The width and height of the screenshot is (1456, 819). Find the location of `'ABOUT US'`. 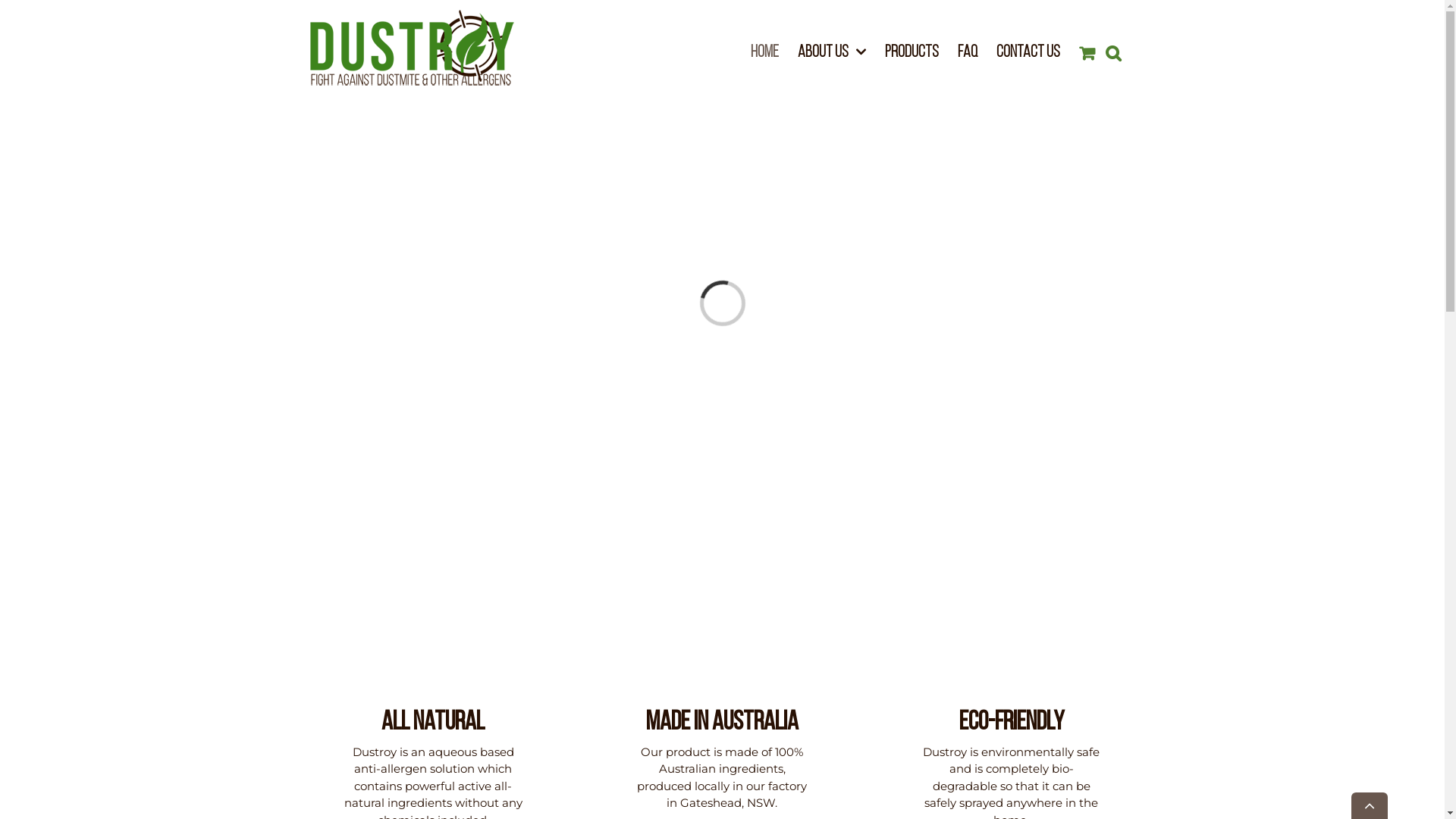

'ABOUT US' is located at coordinates (831, 52).